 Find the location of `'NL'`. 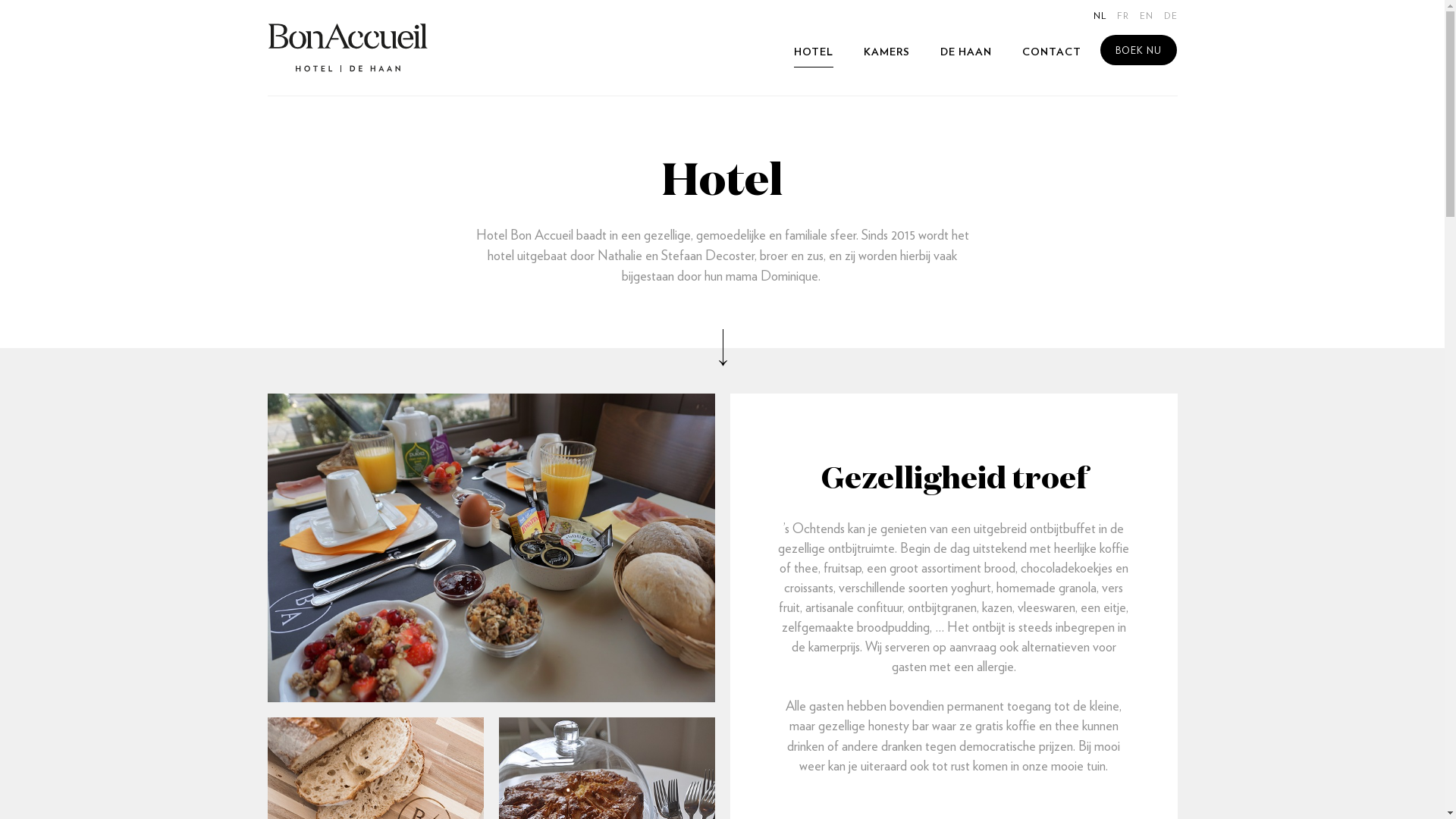

'NL' is located at coordinates (1100, 16).